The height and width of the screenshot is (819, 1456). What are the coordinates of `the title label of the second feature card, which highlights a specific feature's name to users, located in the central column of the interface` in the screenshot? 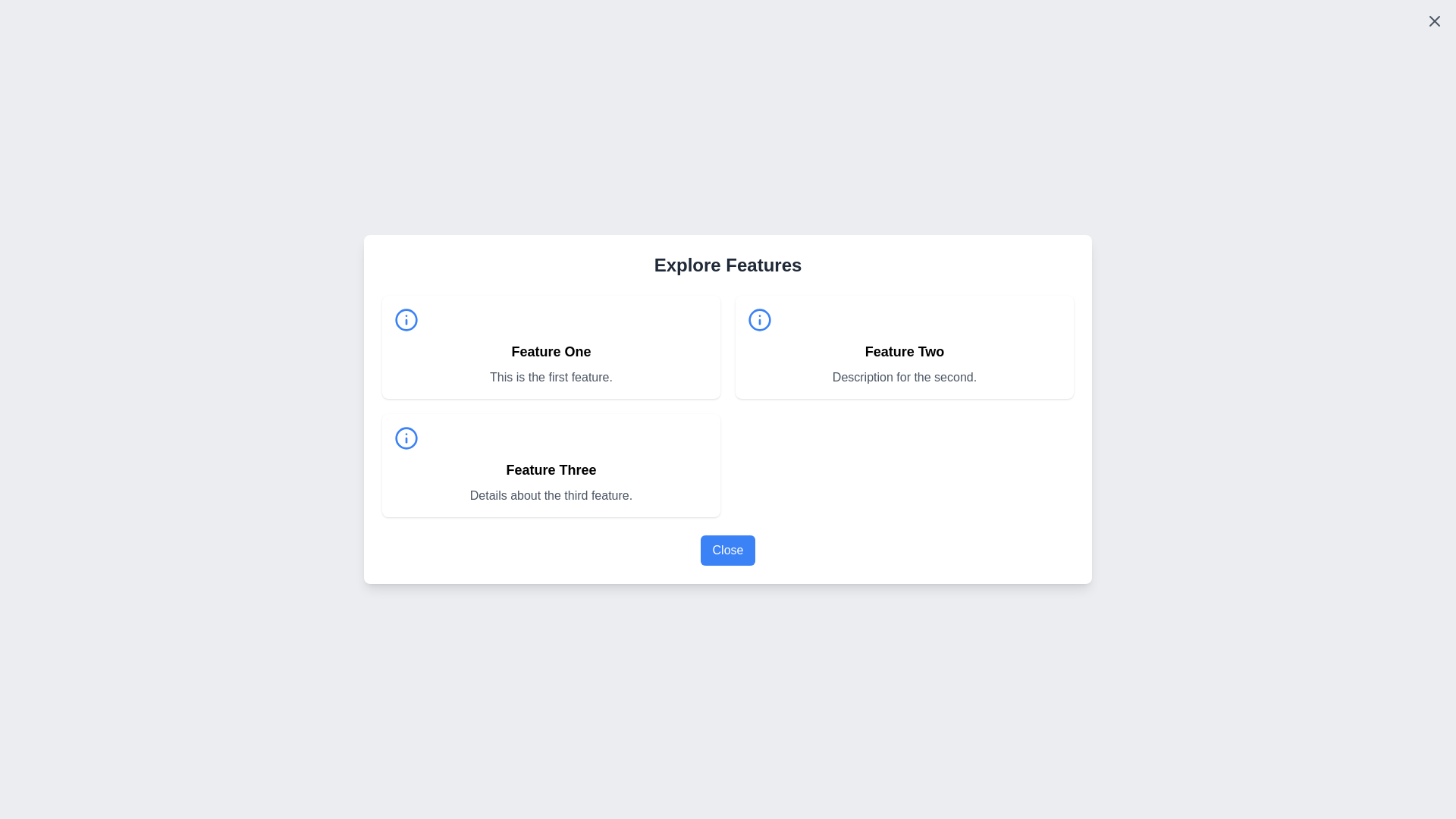 It's located at (905, 351).